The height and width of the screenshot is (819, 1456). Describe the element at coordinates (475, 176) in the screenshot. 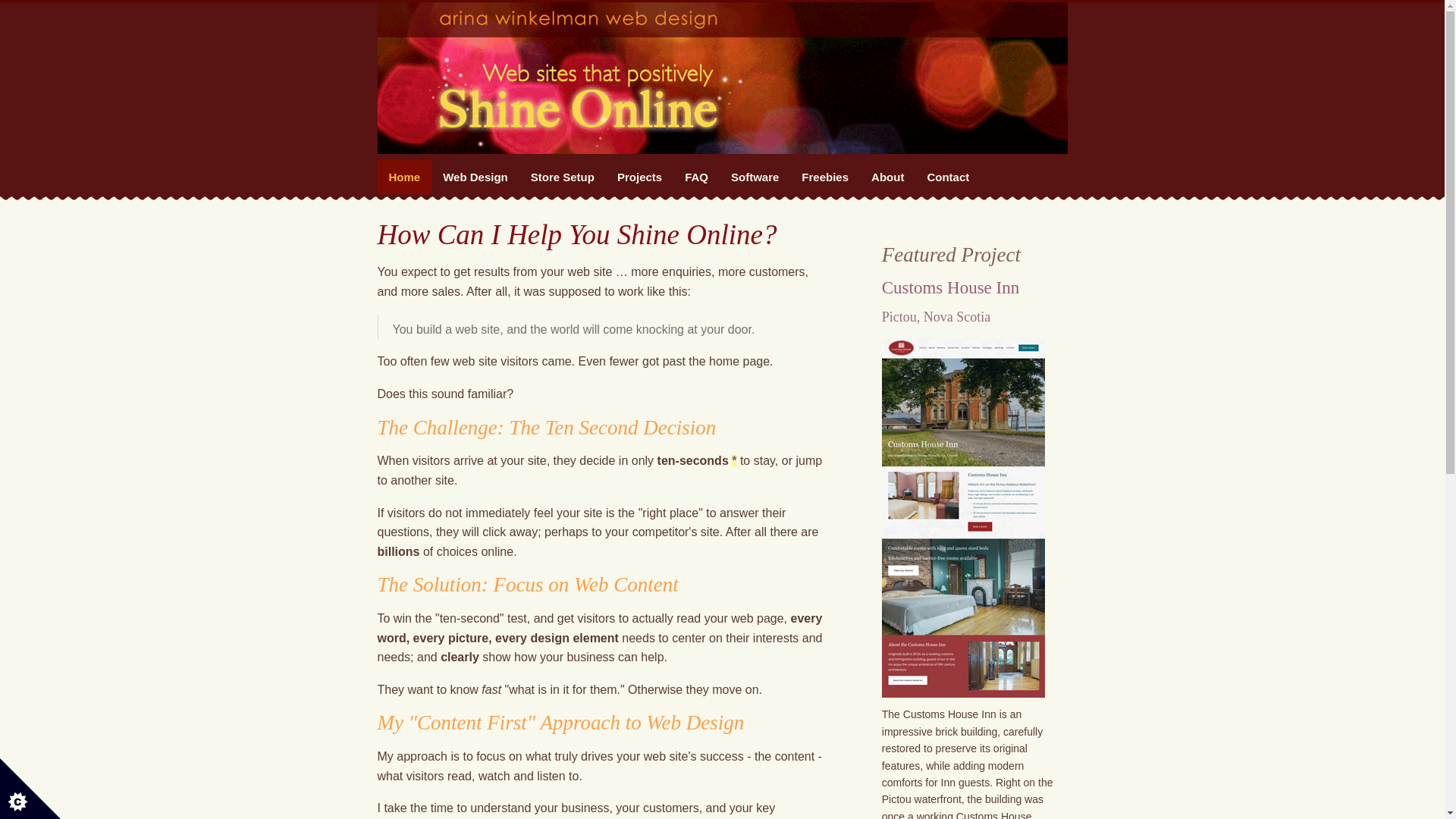

I see `'Web Design'` at that location.